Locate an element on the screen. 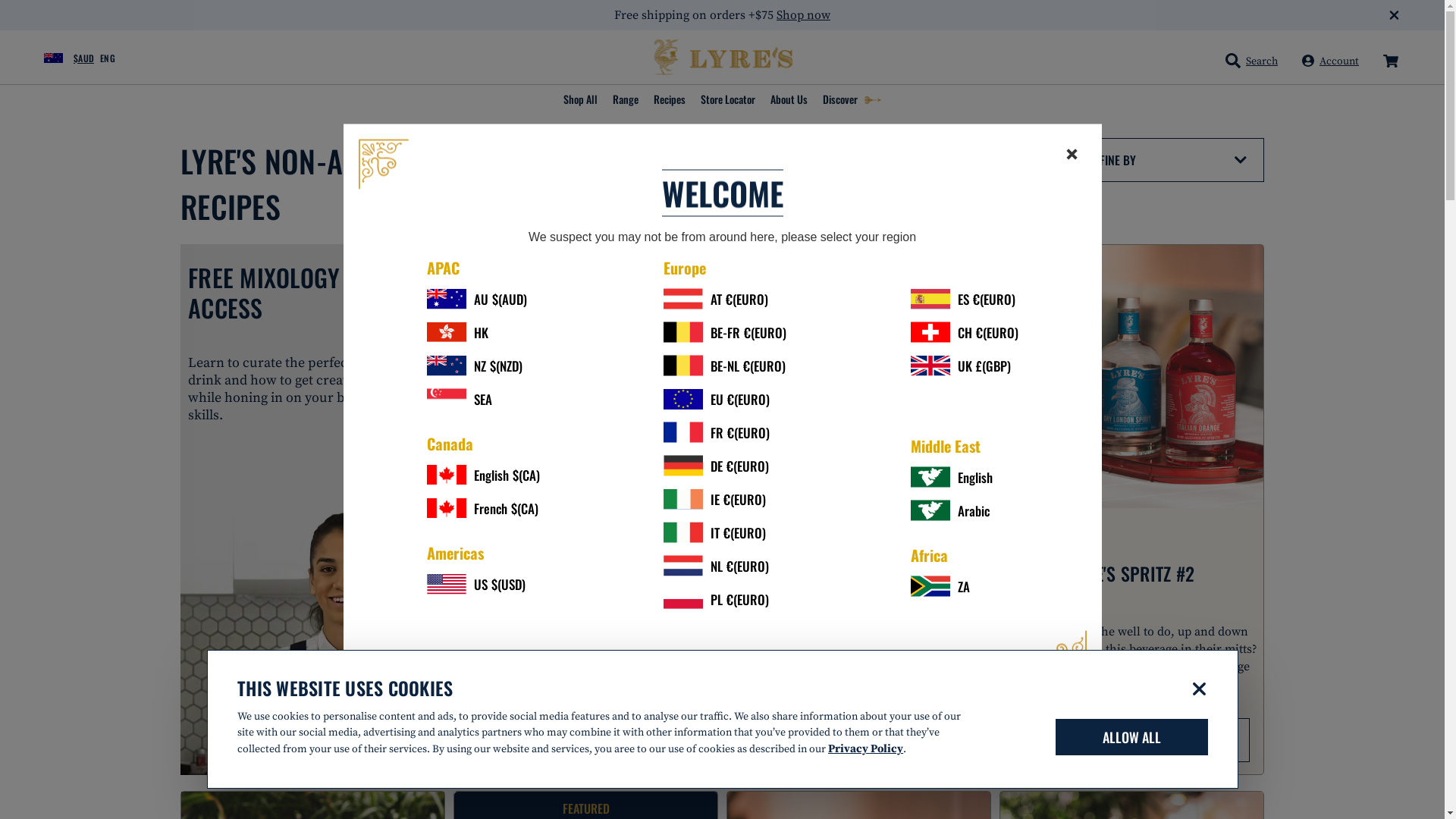 Image resolution: width=1456 pixels, height=819 pixels. 'ENG' is located at coordinates (109, 57).